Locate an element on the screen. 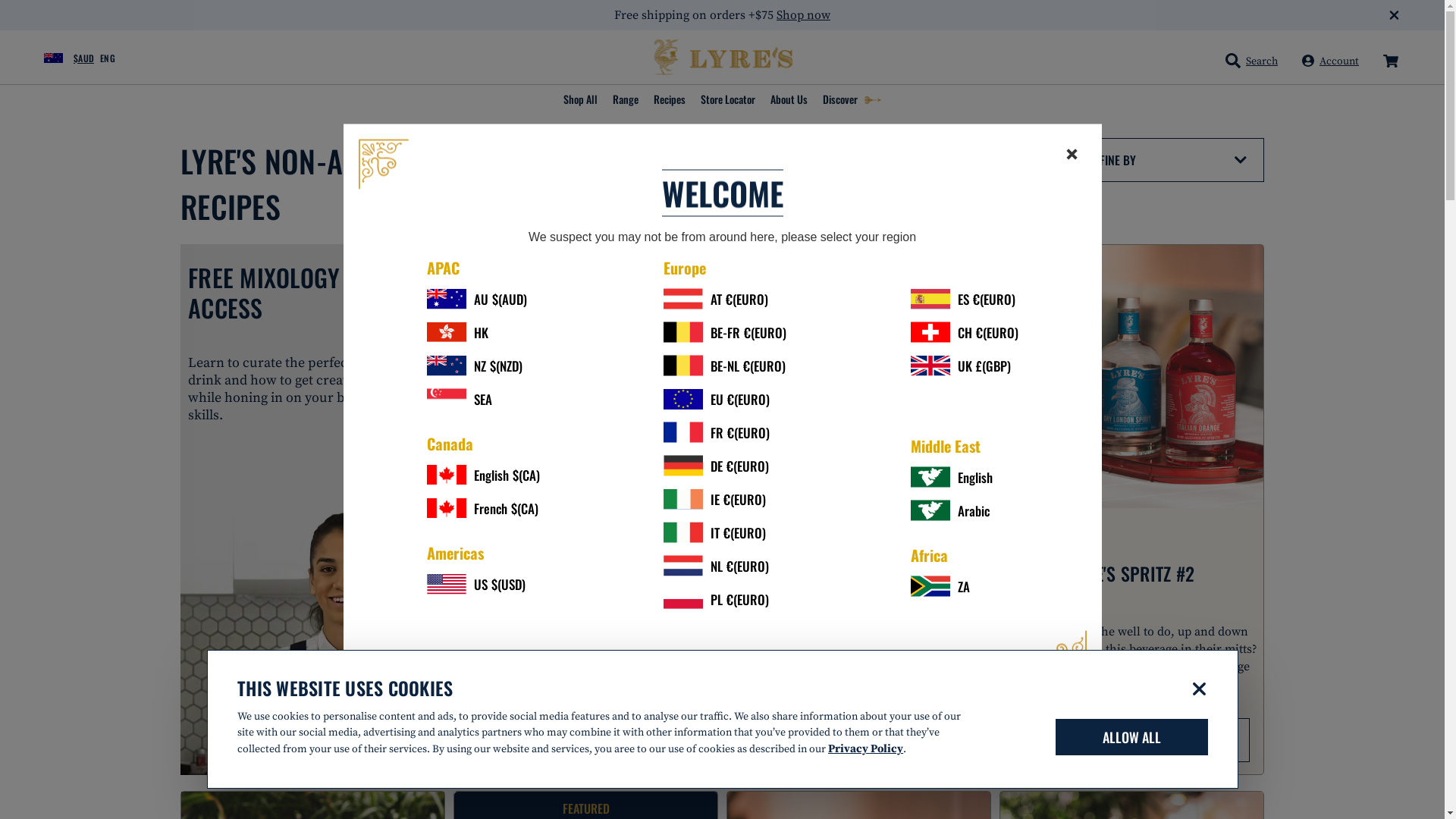 Image resolution: width=1456 pixels, height=819 pixels. 'ENG' is located at coordinates (109, 57).